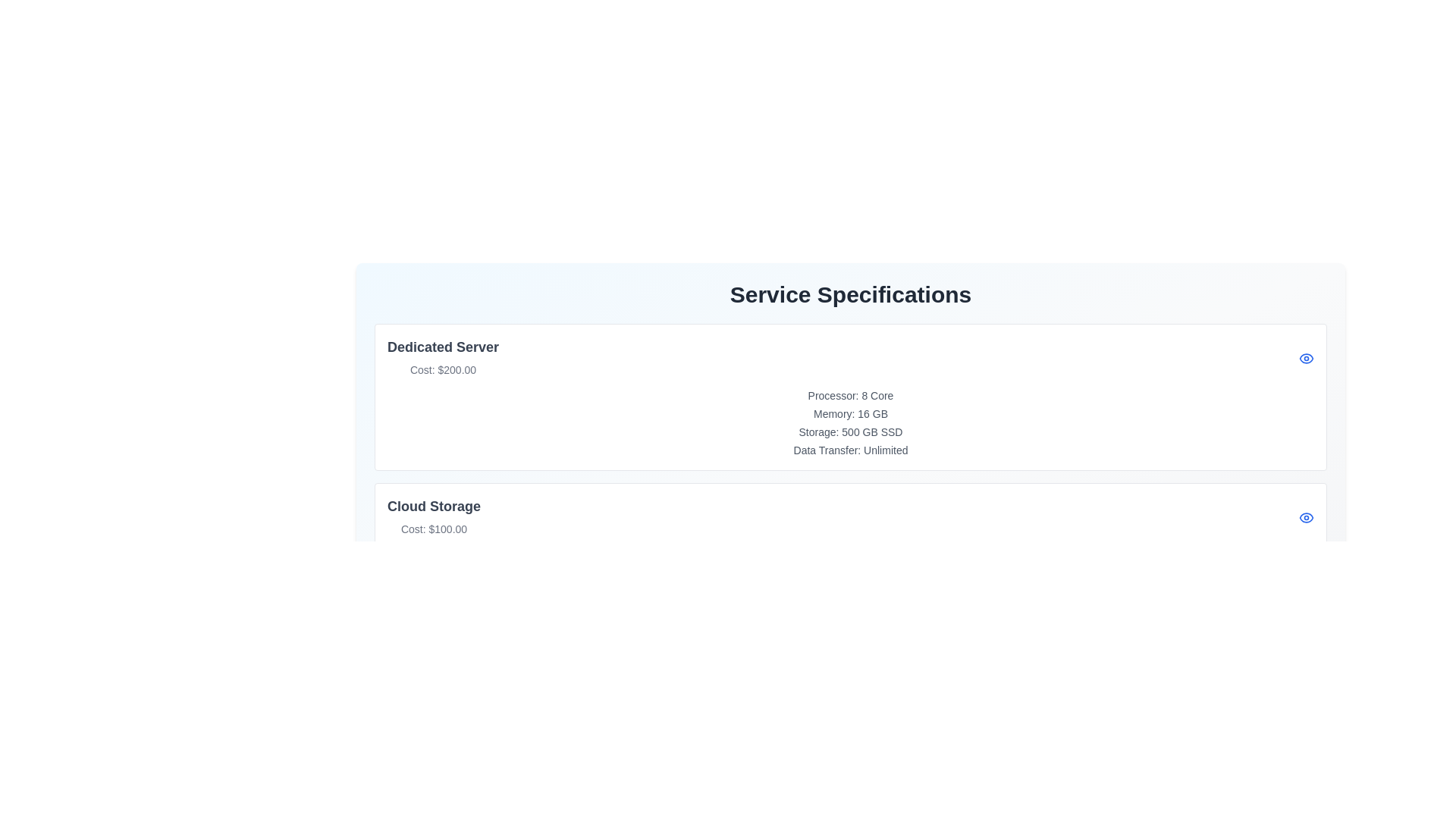  I want to click on information presented in the text block element displaying 'Dedicated Server' in bold and 'Cost: $200.00' in smaller gray font, located under 'Service Specifications', so click(442, 357).